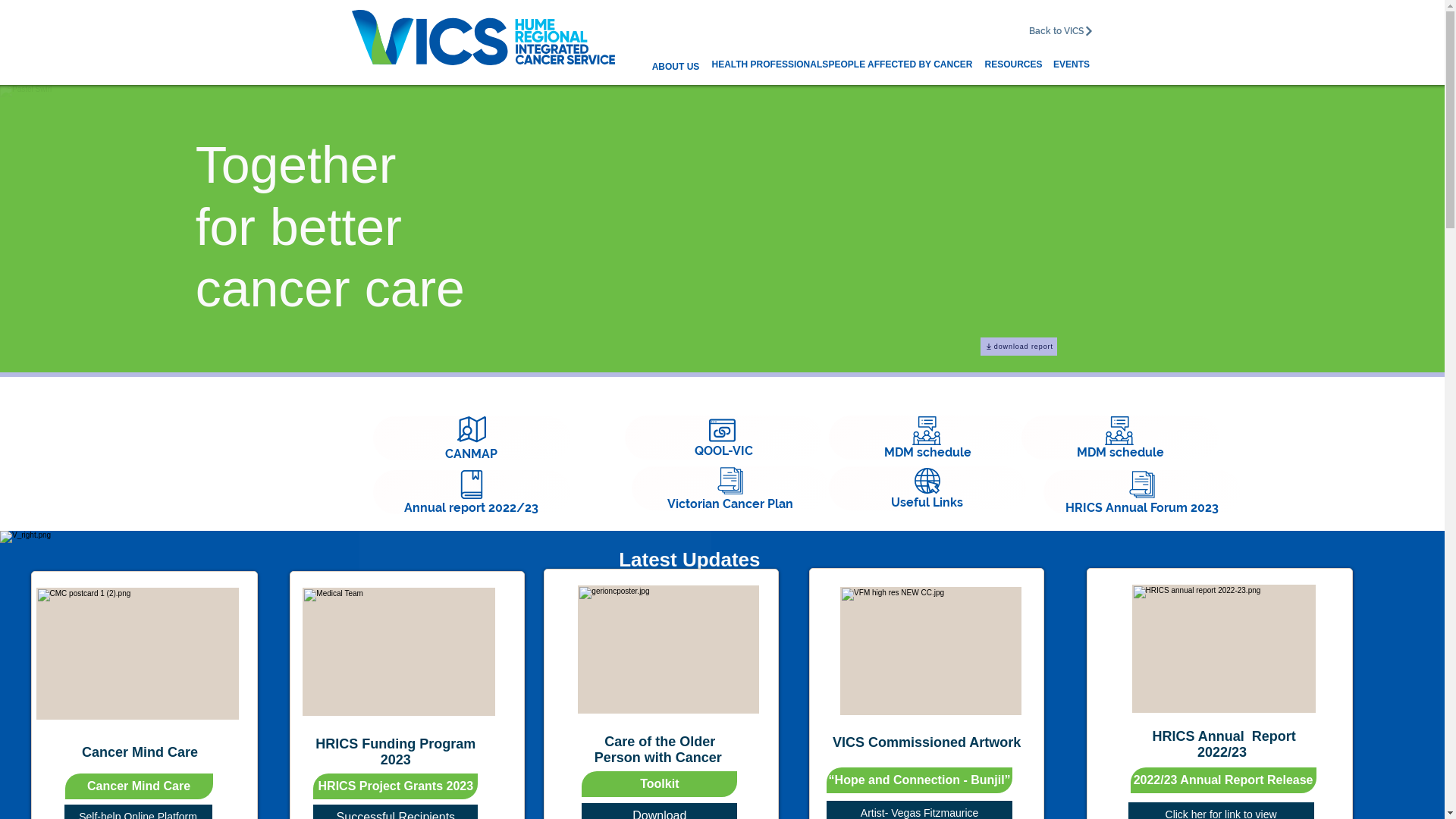 The image size is (1456, 819). What do you see at coordinates (139, 786) in the screenshot?
I see `'Cancer Mind Care'` at bounding box center [139, 786].